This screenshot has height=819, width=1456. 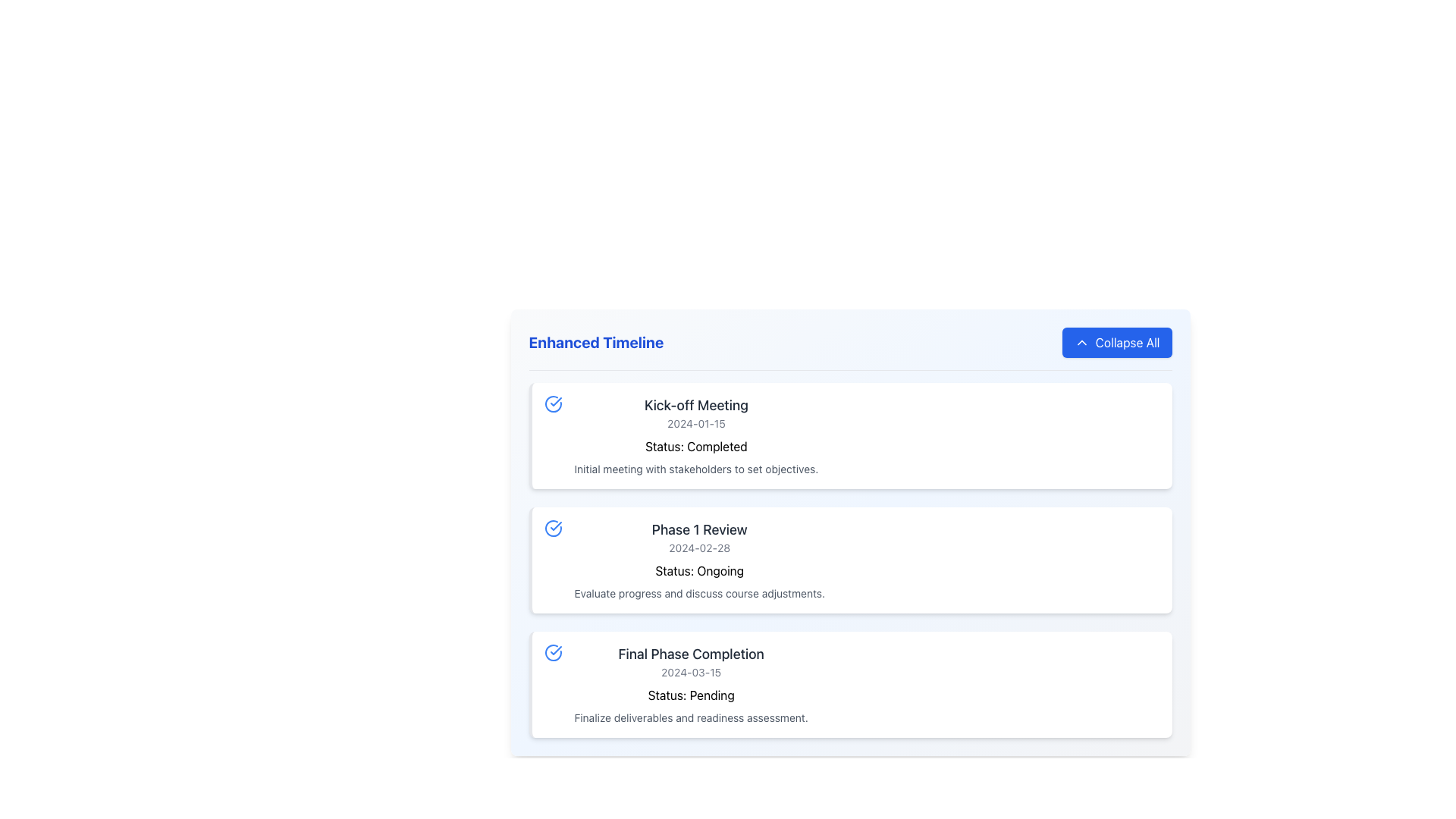 I want to click on the circular icon with a blue border and white checkmark, indicating completed status, located at the leftmost position of the 'Kick-off Meeting' card, so click(x=552, y=403).